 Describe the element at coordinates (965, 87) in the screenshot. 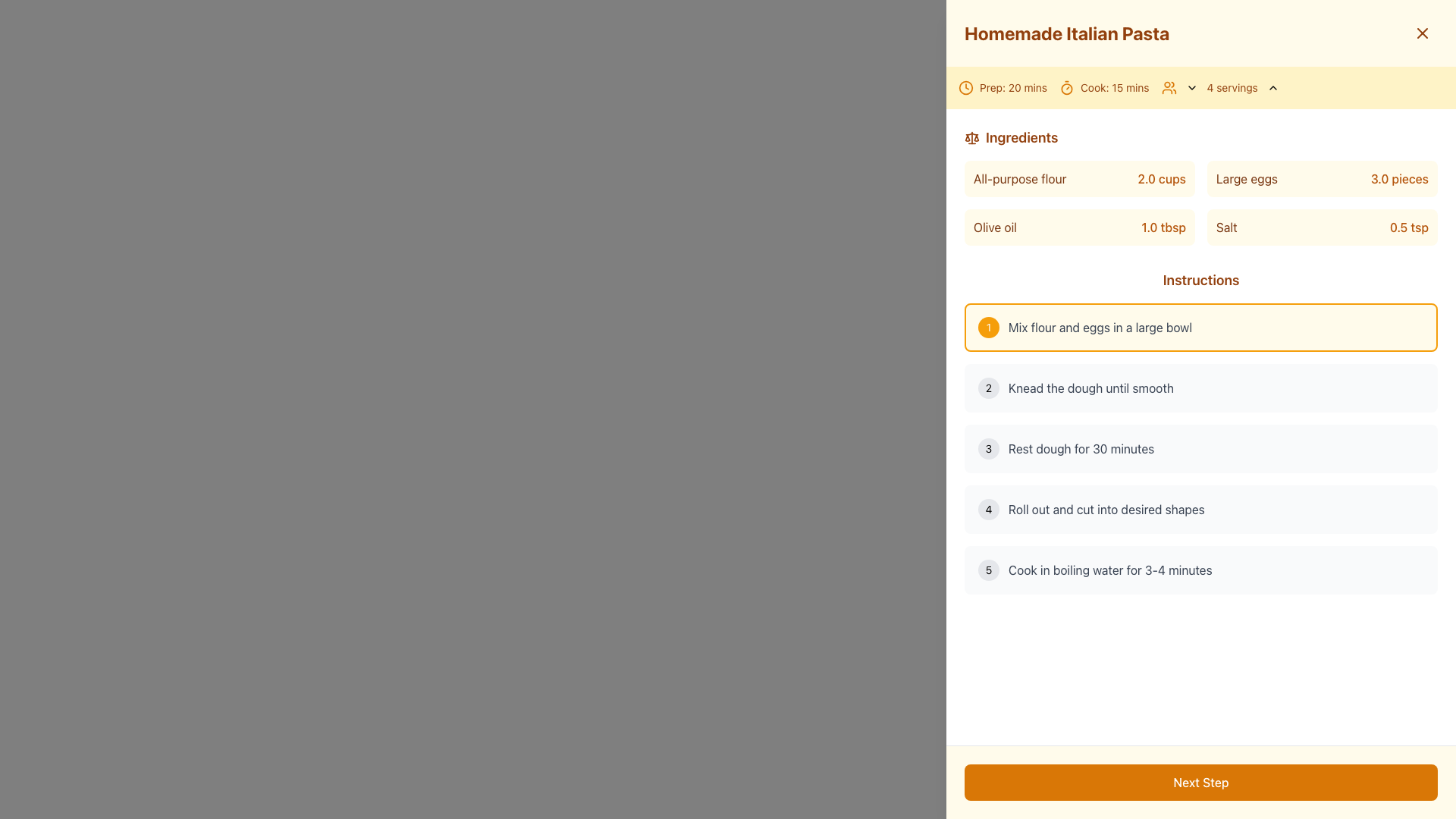

I see `the Circle element within the SVG graphic that represents the outer boundary of the clock icon, located in the 'Prep time' section` at that location.